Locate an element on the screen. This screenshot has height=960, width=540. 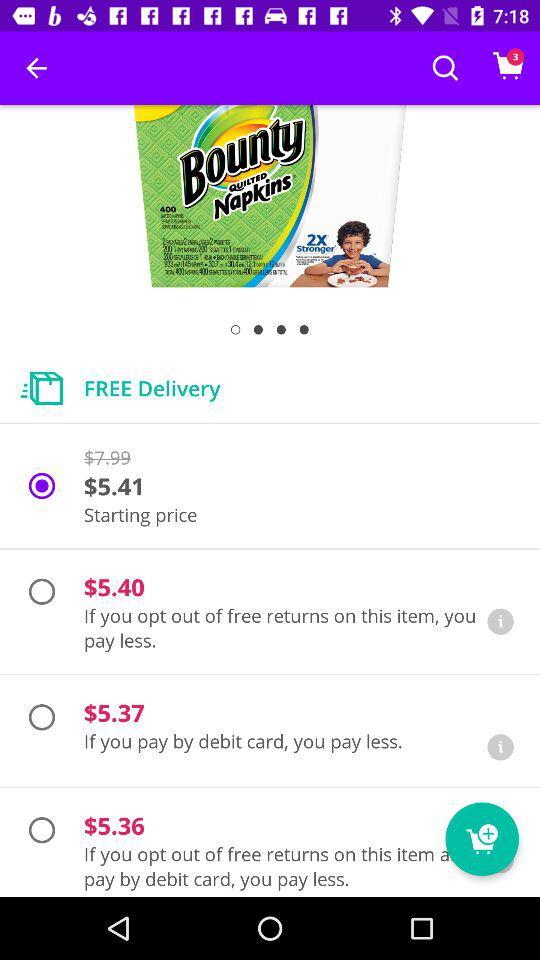
the info icon is located at coordinates (499, 746).